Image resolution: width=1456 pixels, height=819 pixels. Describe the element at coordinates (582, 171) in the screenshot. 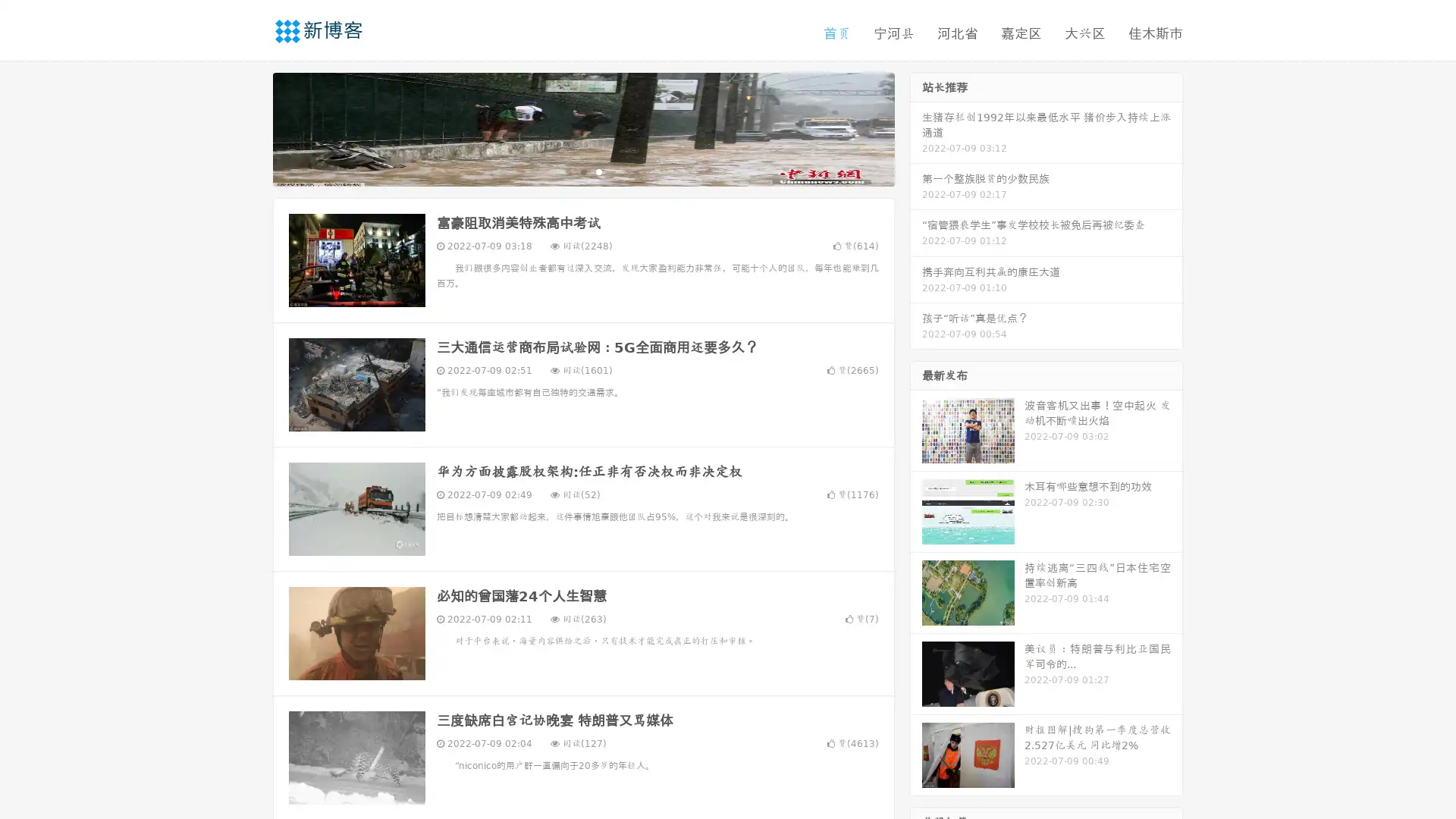

I see `Go to slide 2` at that location.